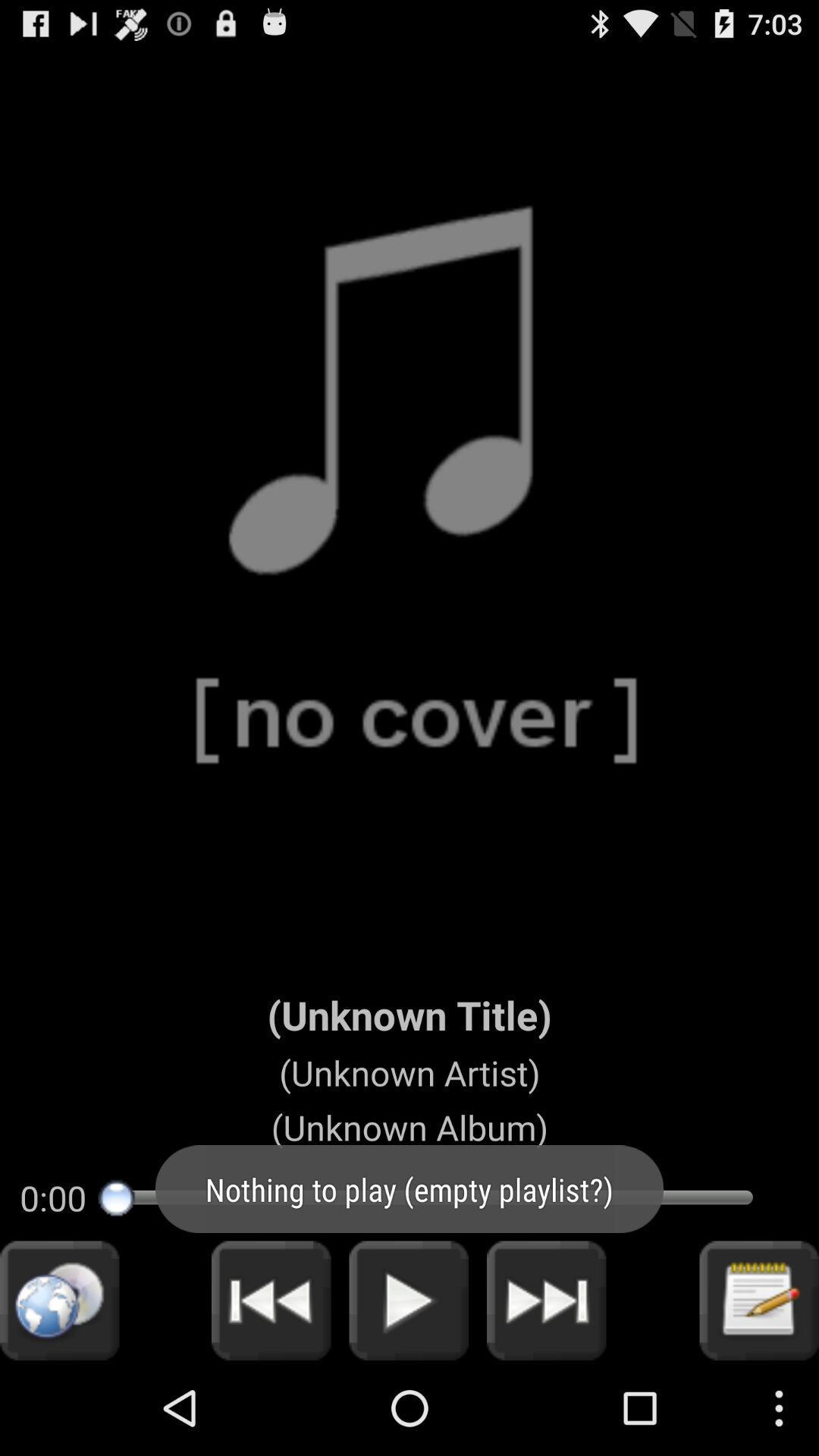 Image resolution: width=819 pixels, height=1456 pixels. What do you see at coordinates (408, 1392) in the screenshot?
I see `the play icon` at bounding box center [408, 1392].